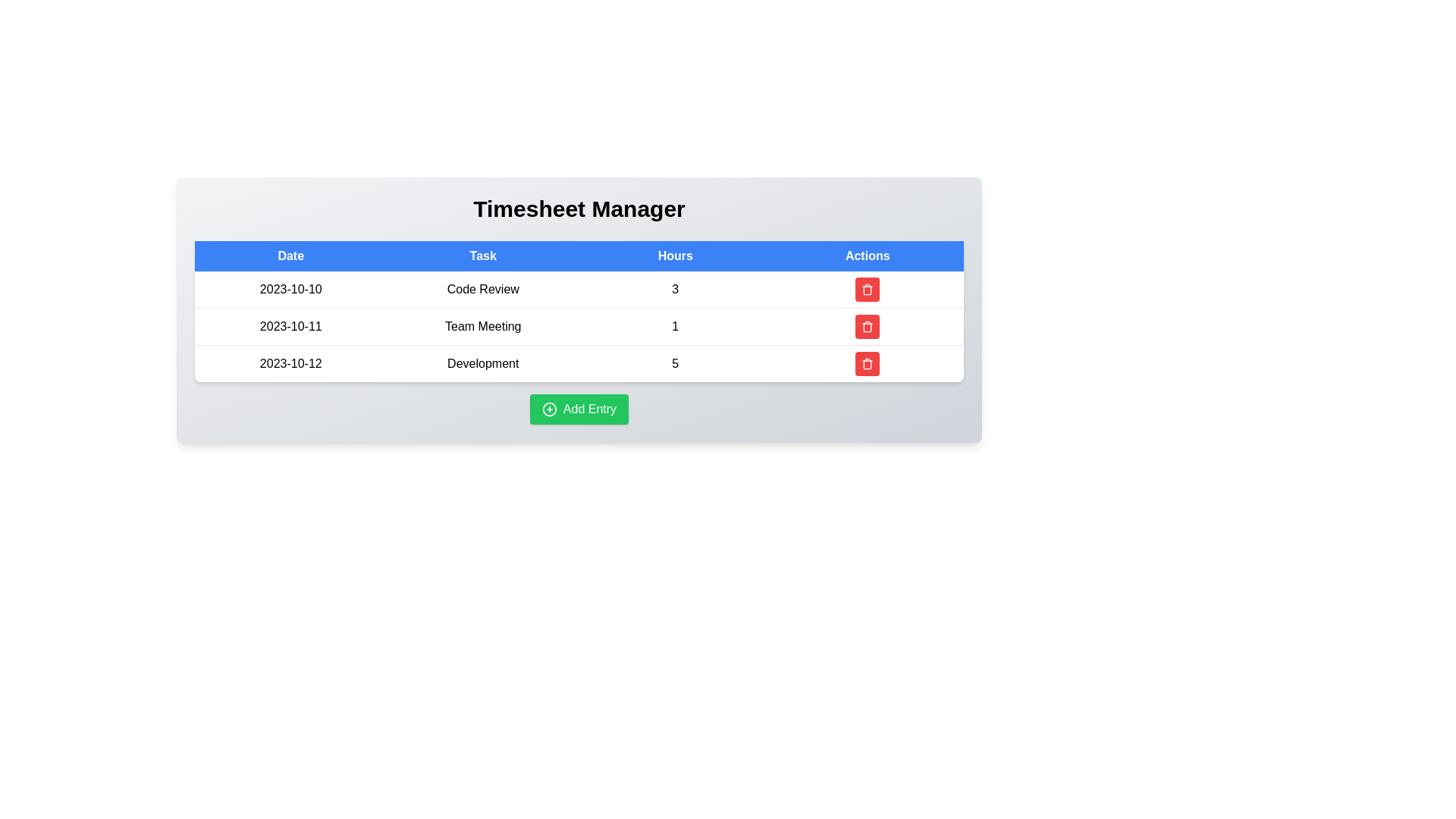 The height and width of the screenshot is (819, 1456). What do you see at coordinates (674, 290) in the screenshot?
I see `the text displaying the number of hours for the task 'Code Review' on the date '2023-10-10' in the 'Hours' column of the timesheet table` at bounding box center [674, 290].